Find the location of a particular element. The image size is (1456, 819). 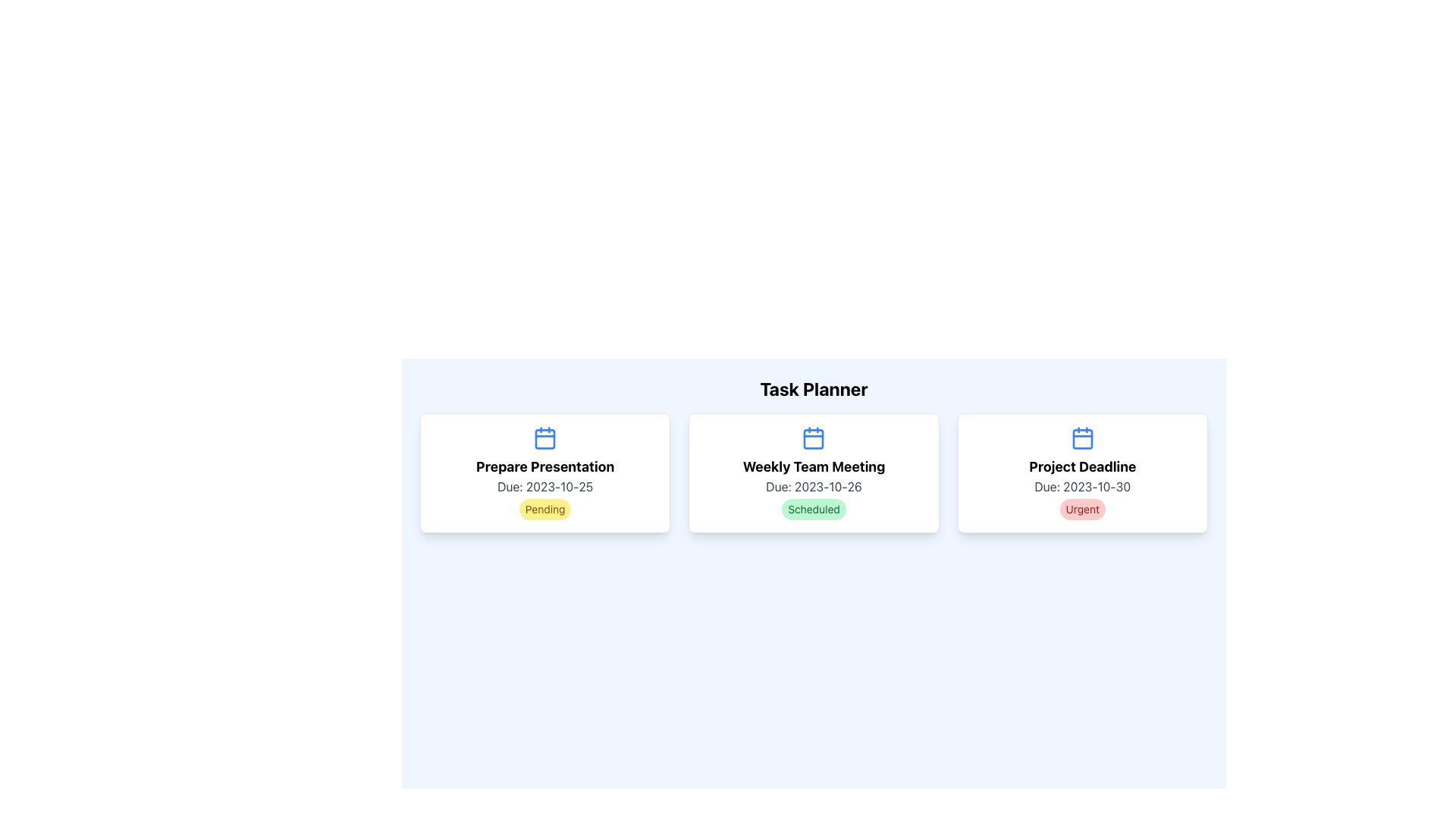

the small, rounded rectangular badge with a red background and dark red text that displays the word 'Urgent', located at the bottom of the 'Project Deadline' card in the third column of the task list is located at coordinates (1081, 509).